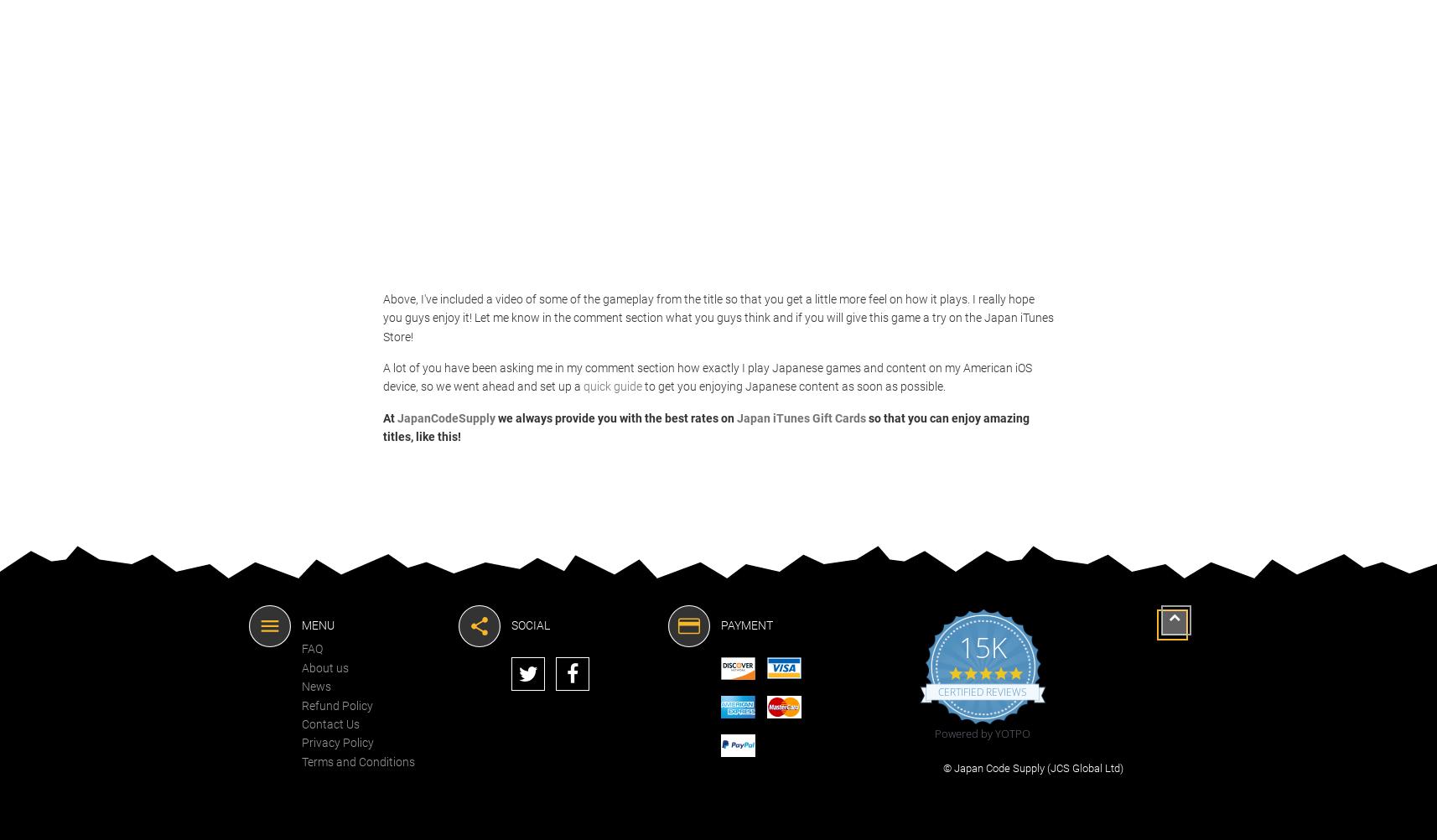 This screenshot has height=840, width=1437. Describe the element at coordinates (611, 386) in the screenshot. I see `'quick guide'` at that location.